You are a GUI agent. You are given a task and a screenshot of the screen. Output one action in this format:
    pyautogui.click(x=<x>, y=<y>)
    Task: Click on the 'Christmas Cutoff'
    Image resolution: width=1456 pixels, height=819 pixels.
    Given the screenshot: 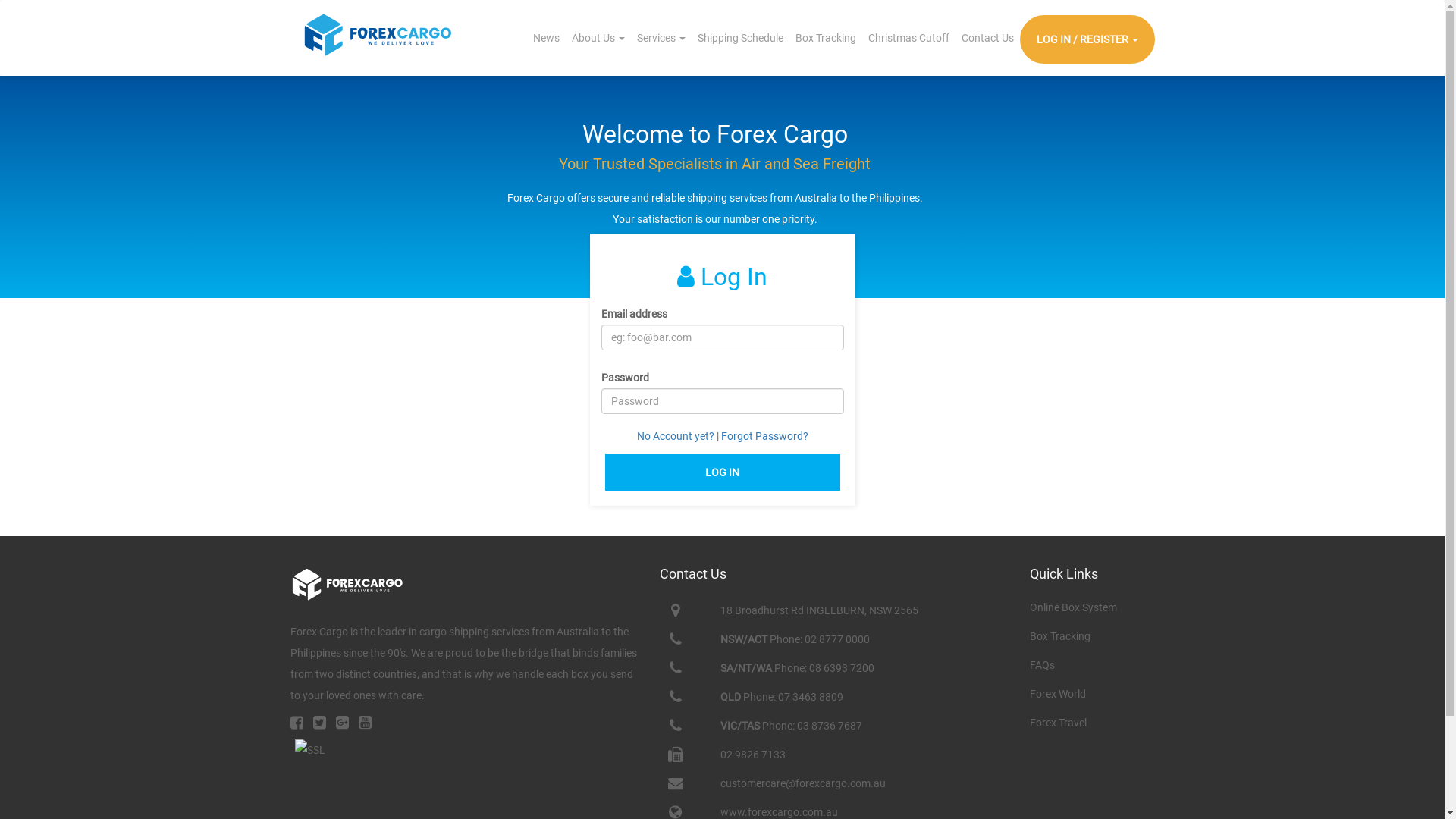 What is the action you would take?
    pyautogui.click(x=908, y=37)
    